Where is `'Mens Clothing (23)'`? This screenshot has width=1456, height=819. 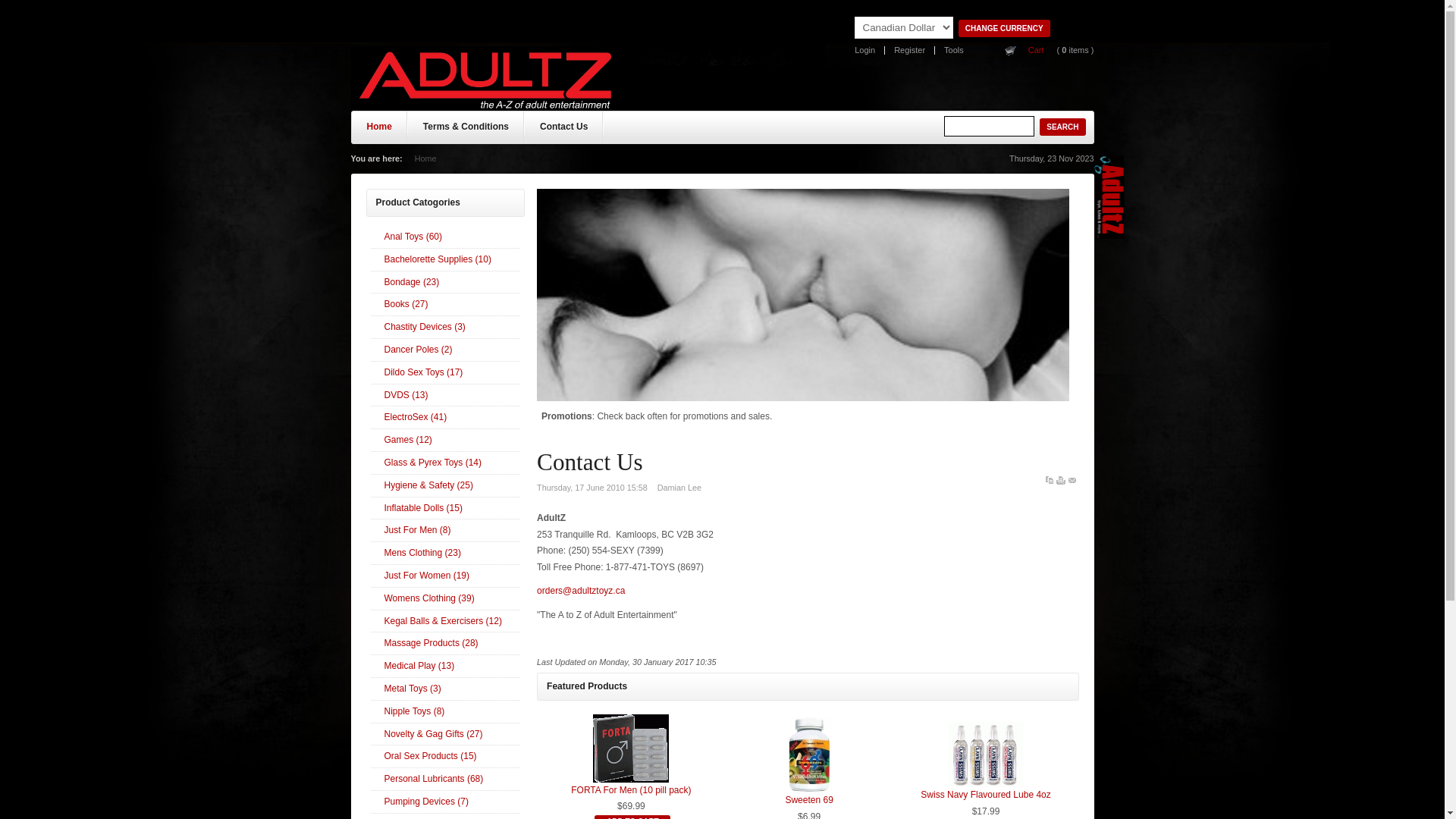
'Mens Clothing (23)' is located at coordinates (444, 553).